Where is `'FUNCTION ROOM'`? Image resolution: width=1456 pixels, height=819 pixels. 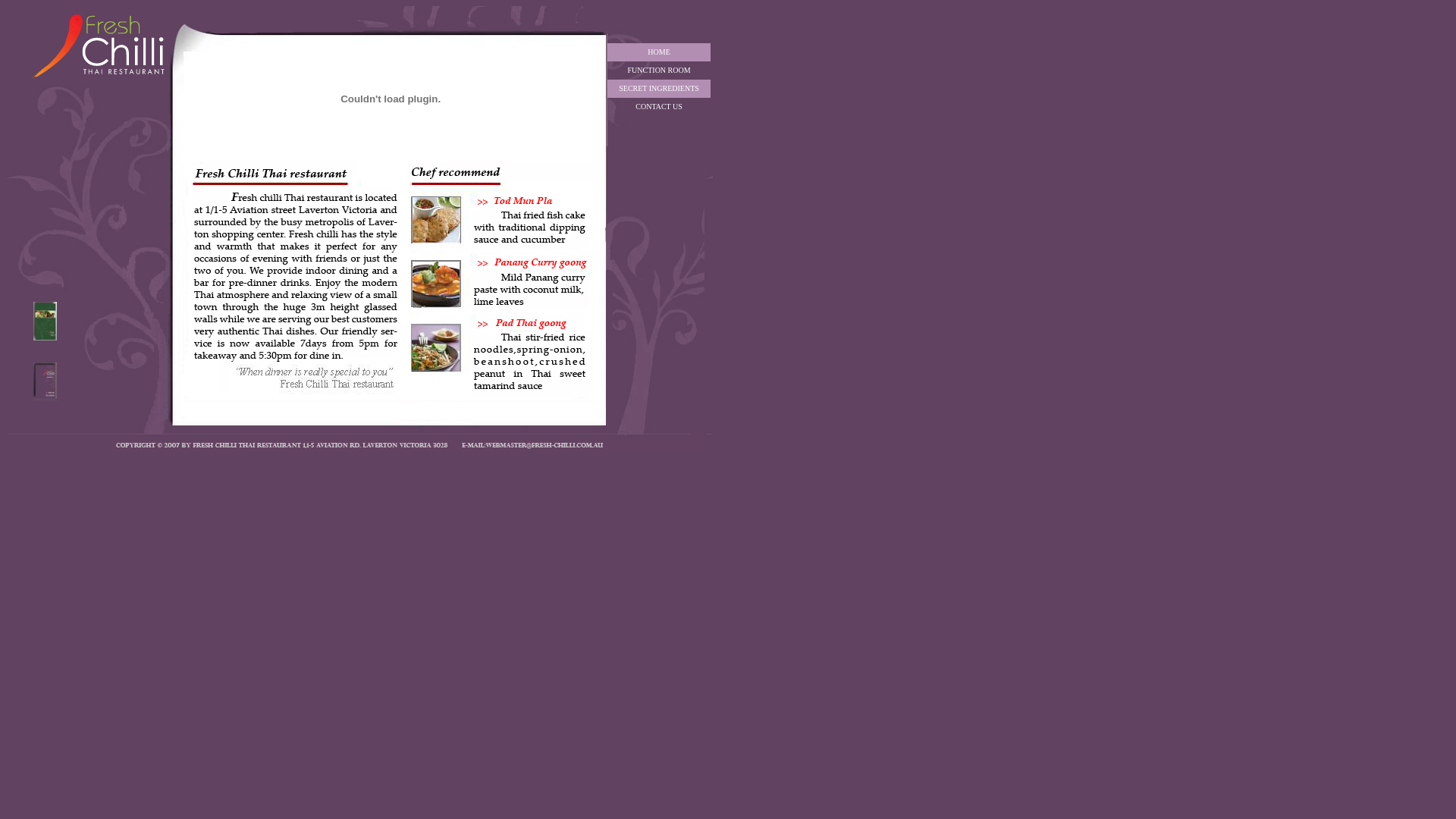 'FUNCTION ROOM' is located at coordinates (659, 68).